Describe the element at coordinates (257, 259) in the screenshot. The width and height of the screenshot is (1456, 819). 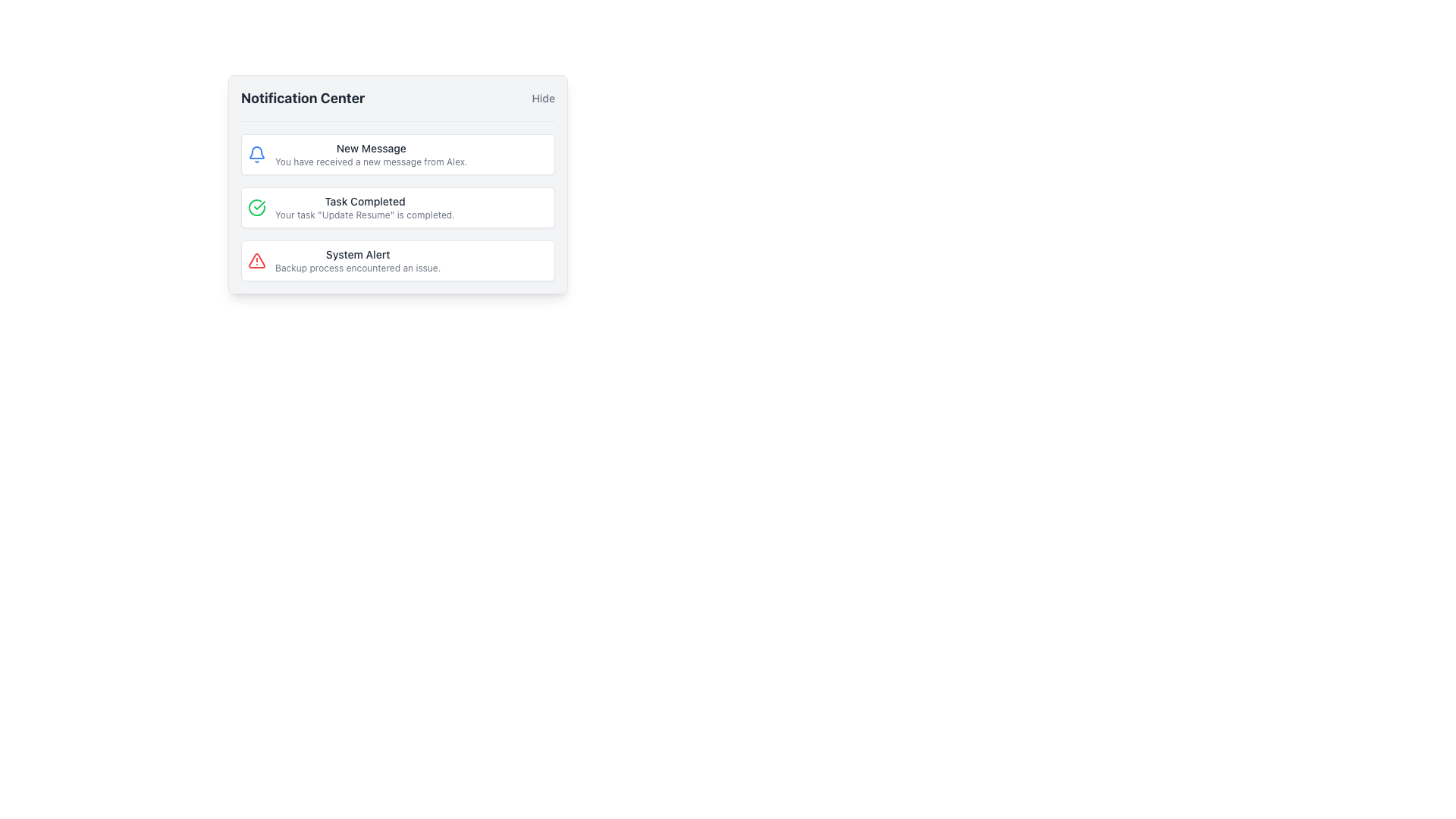
I see `the alert icon that indicates an issue or warning in the 'System Alert' notification entry, located at the leftmost side above the text content` at that location.